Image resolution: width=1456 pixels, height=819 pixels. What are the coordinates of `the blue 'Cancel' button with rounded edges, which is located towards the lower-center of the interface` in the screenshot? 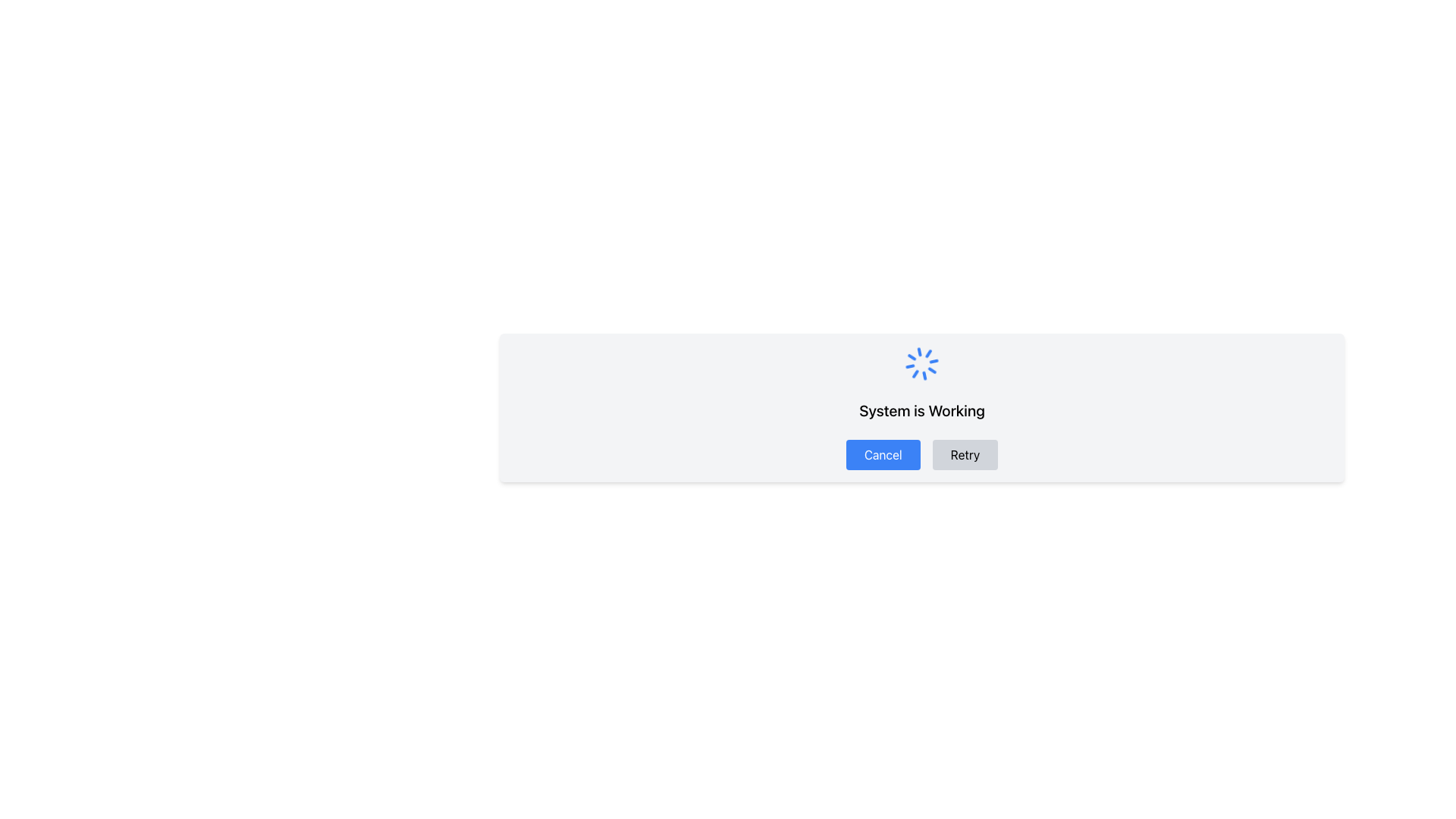 It's located at (883, 454).